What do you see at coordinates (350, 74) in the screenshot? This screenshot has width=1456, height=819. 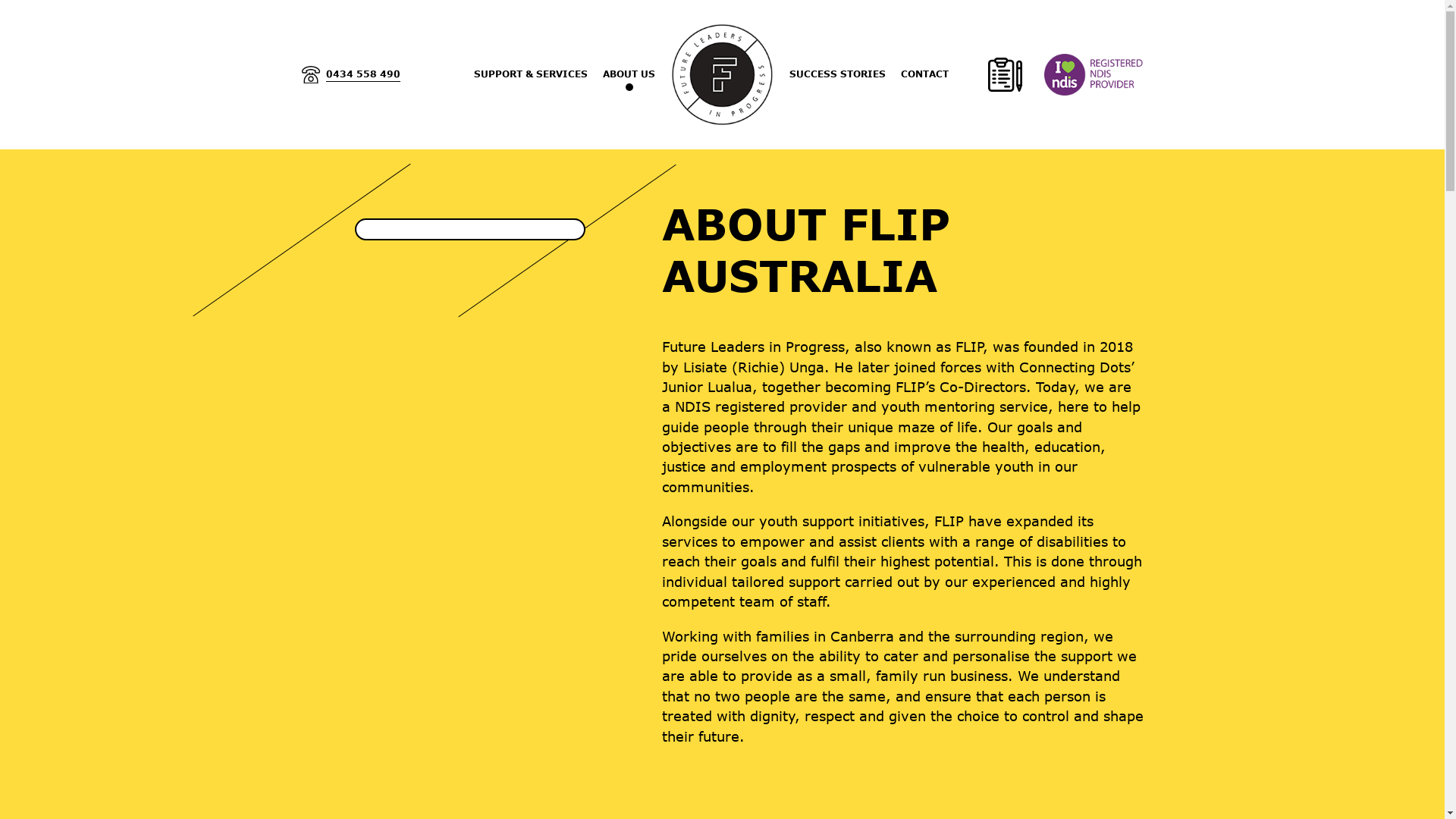 I see `'0434 558 490'` at bounding box center [350, 74].